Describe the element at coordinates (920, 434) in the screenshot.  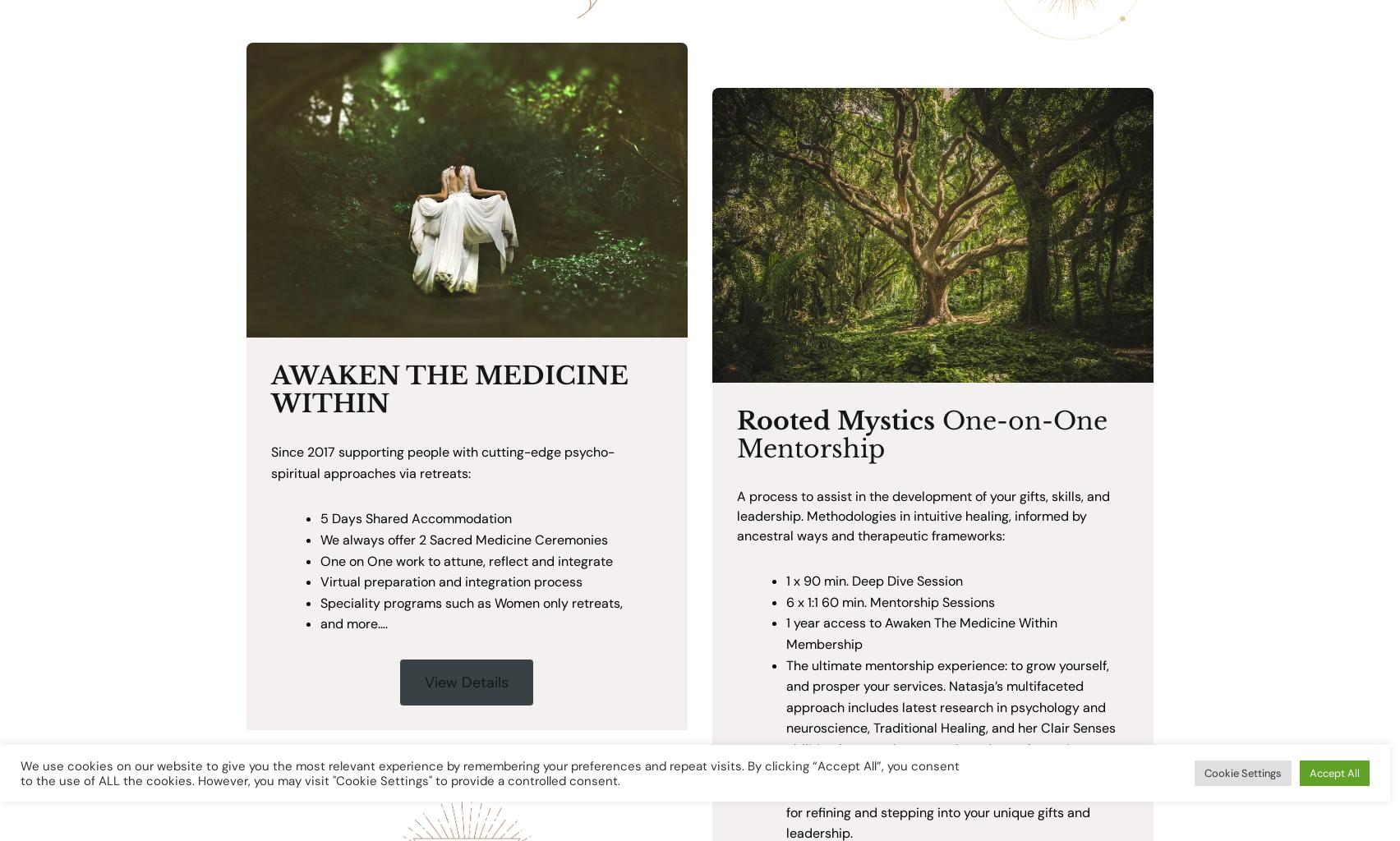
I see `'One-on-One Mentorship'` at that location.